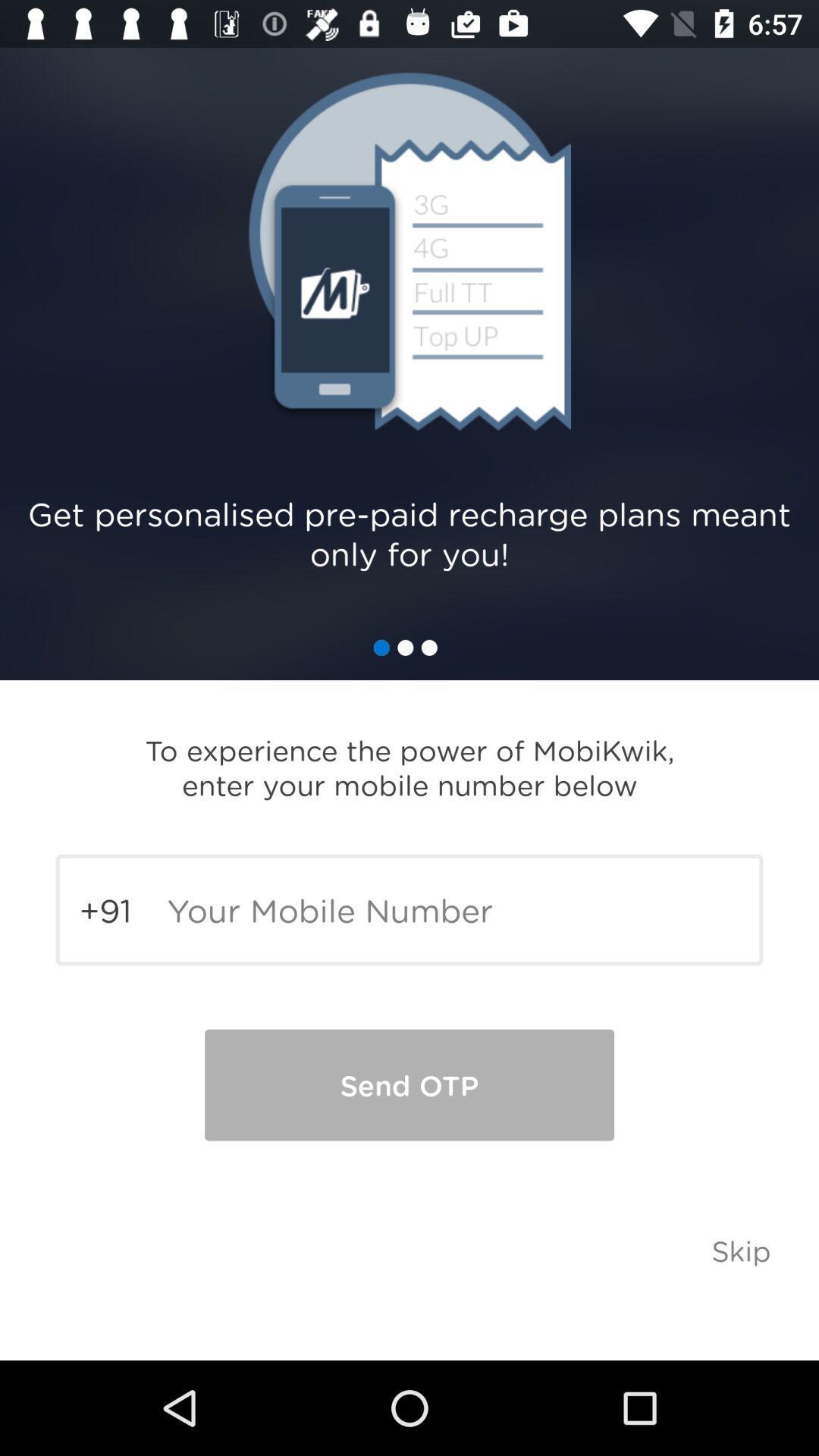 This screenshot has width=819, height=1456. Describe the element at coordinates (409, 1084) in the screenshot. I see `the send otp icon` at that location.